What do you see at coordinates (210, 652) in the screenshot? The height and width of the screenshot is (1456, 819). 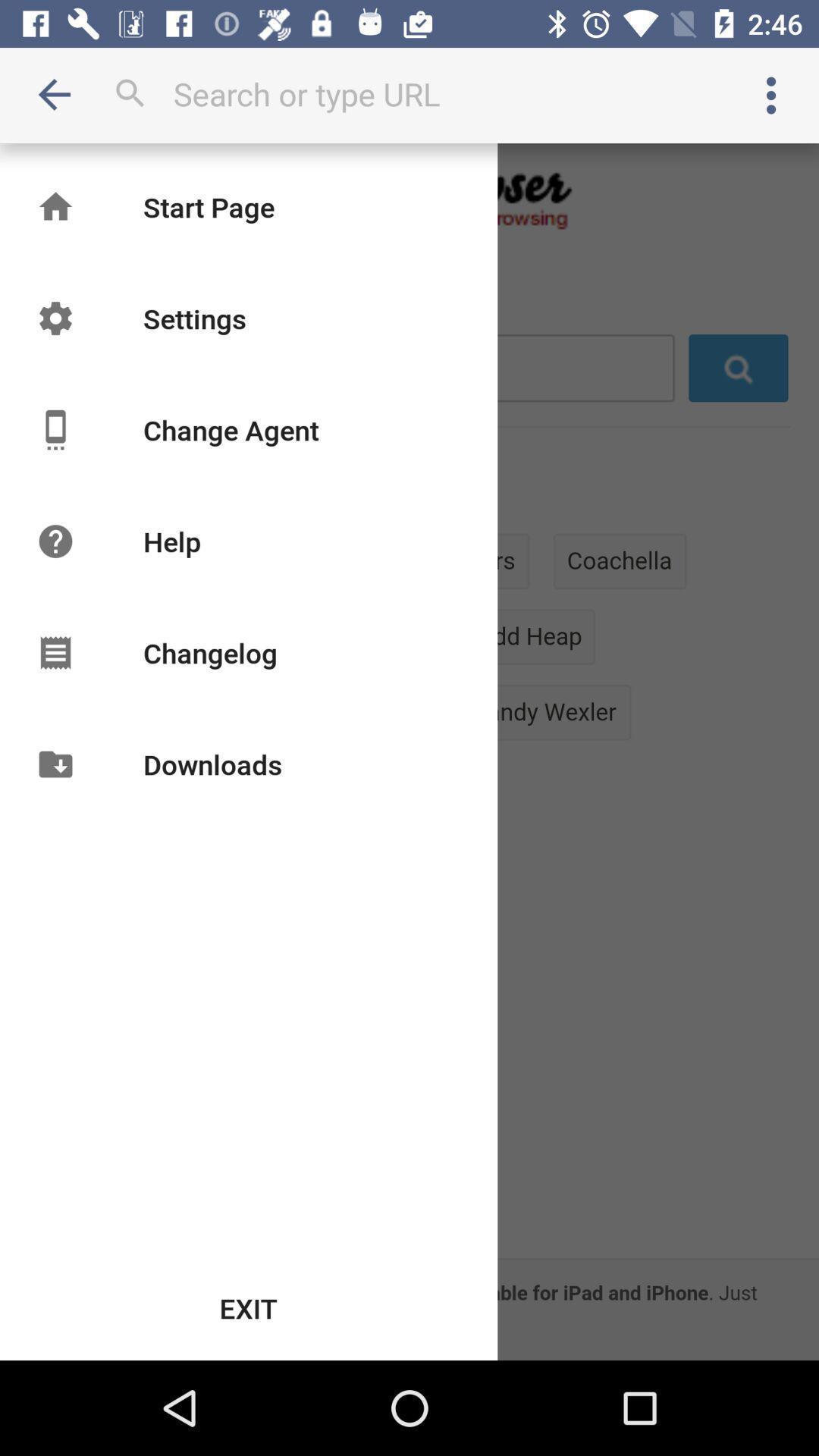 I see `item above downloads` at bounding box center [210, 652].